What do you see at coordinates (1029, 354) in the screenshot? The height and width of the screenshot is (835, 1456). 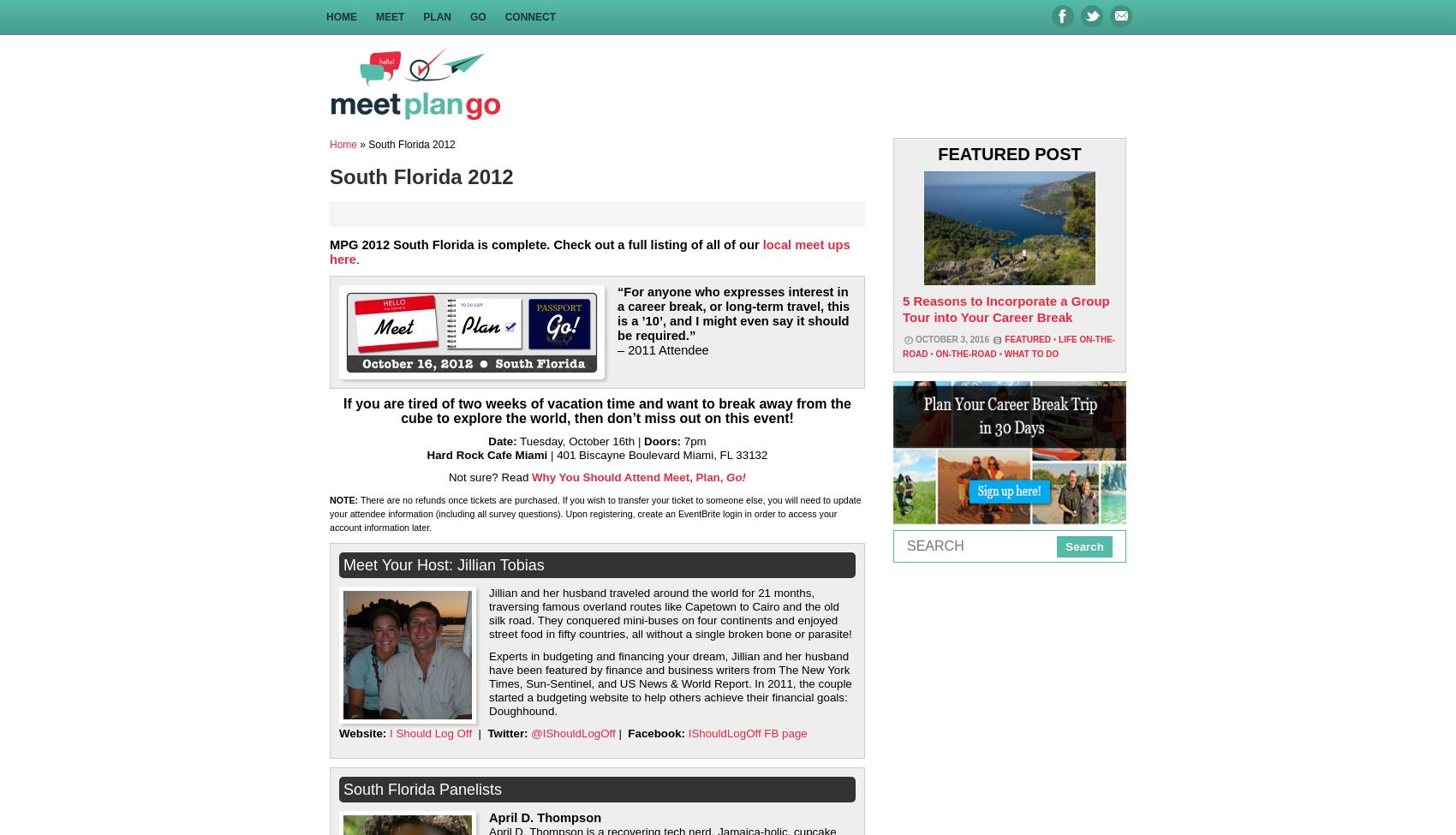 I see `'What to Do'` at bounding box center [1029, 354].